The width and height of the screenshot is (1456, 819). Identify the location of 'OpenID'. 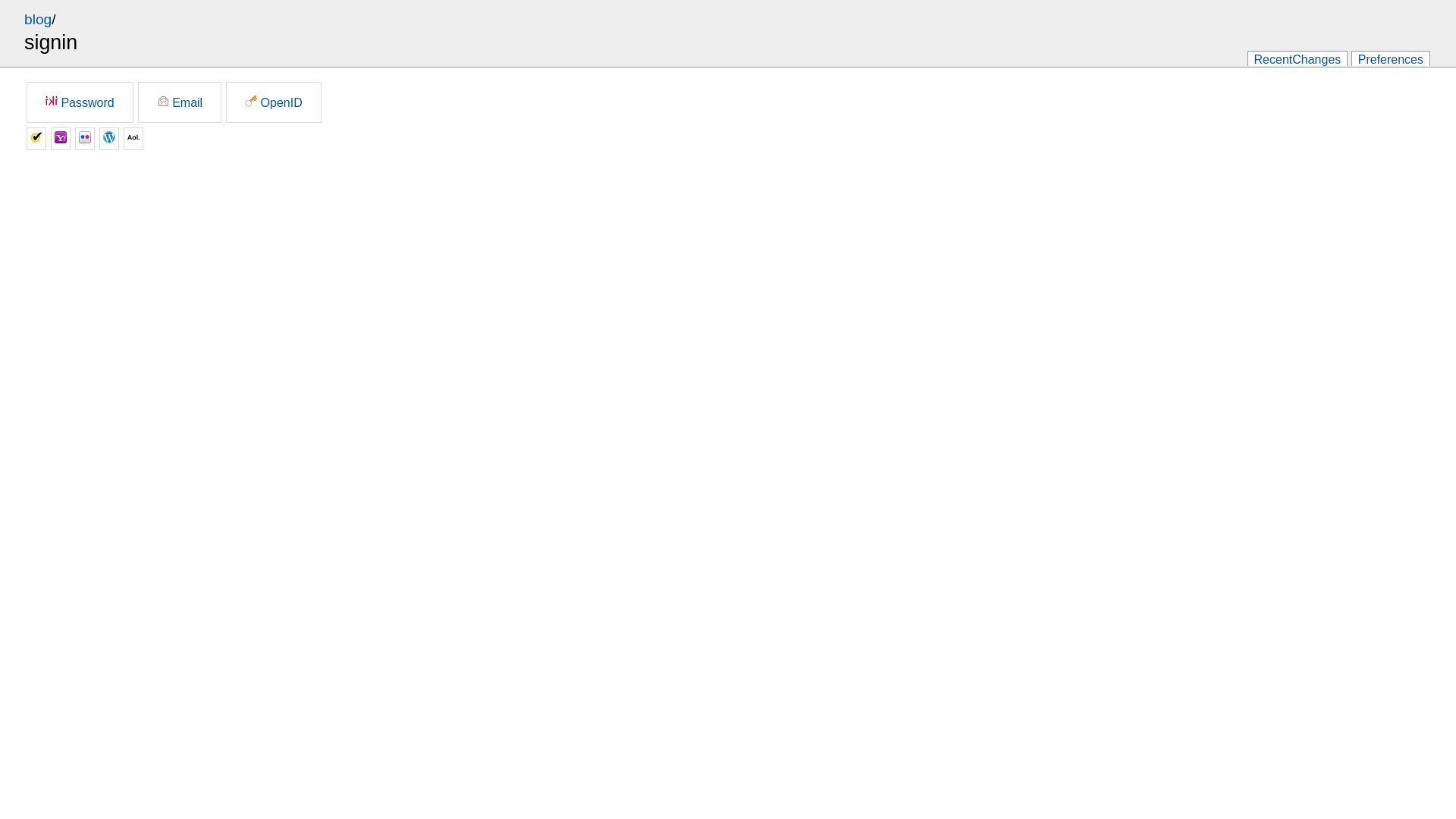
(224, 102).